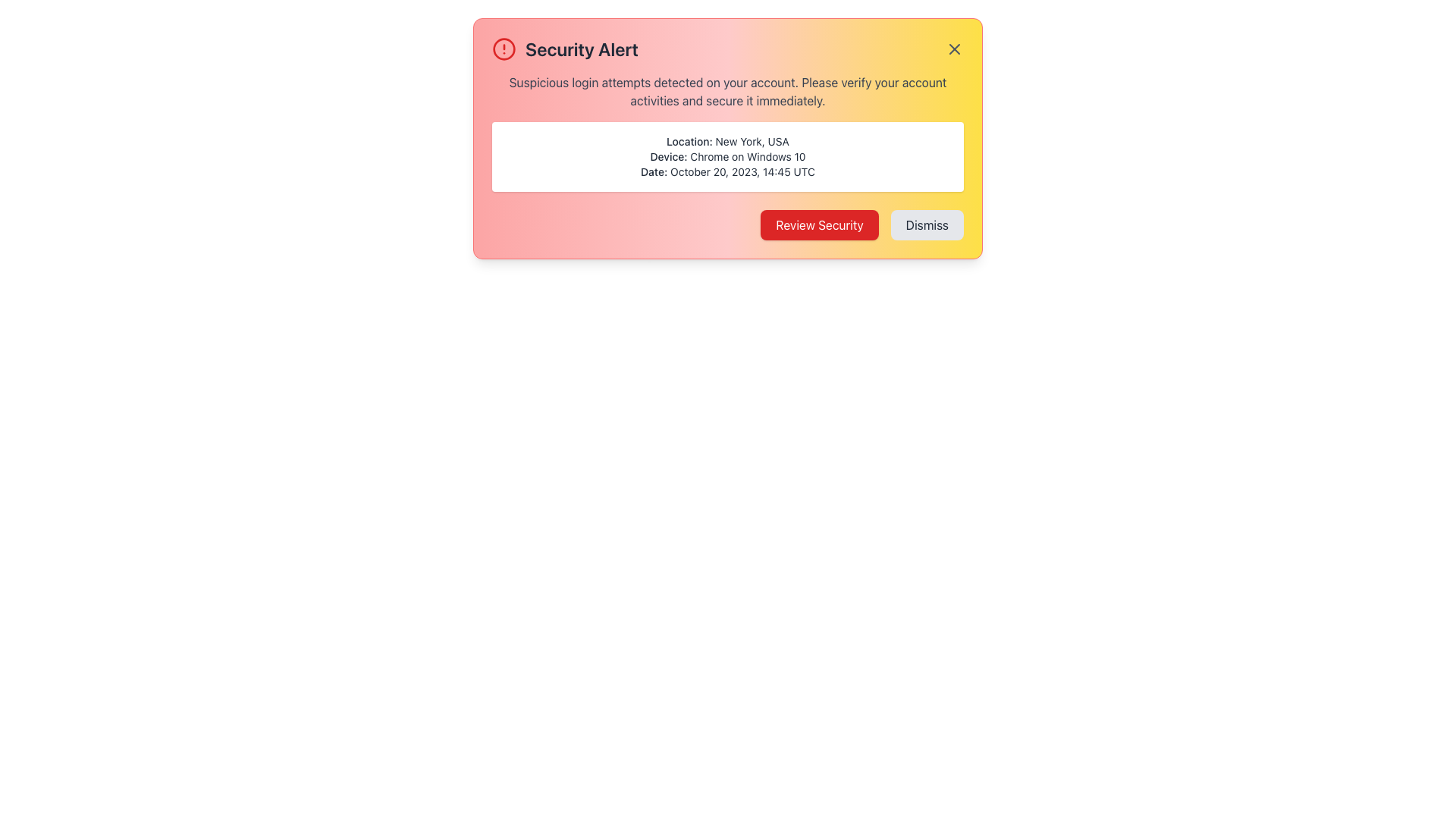 This screenshot has height=819, width=1456. Describe the element at coordinates (689, 141) in the screenshot. I see `the text label reading 'Location:' which is part of a security alert dialog box, positioned above additional device and date information` at that location.